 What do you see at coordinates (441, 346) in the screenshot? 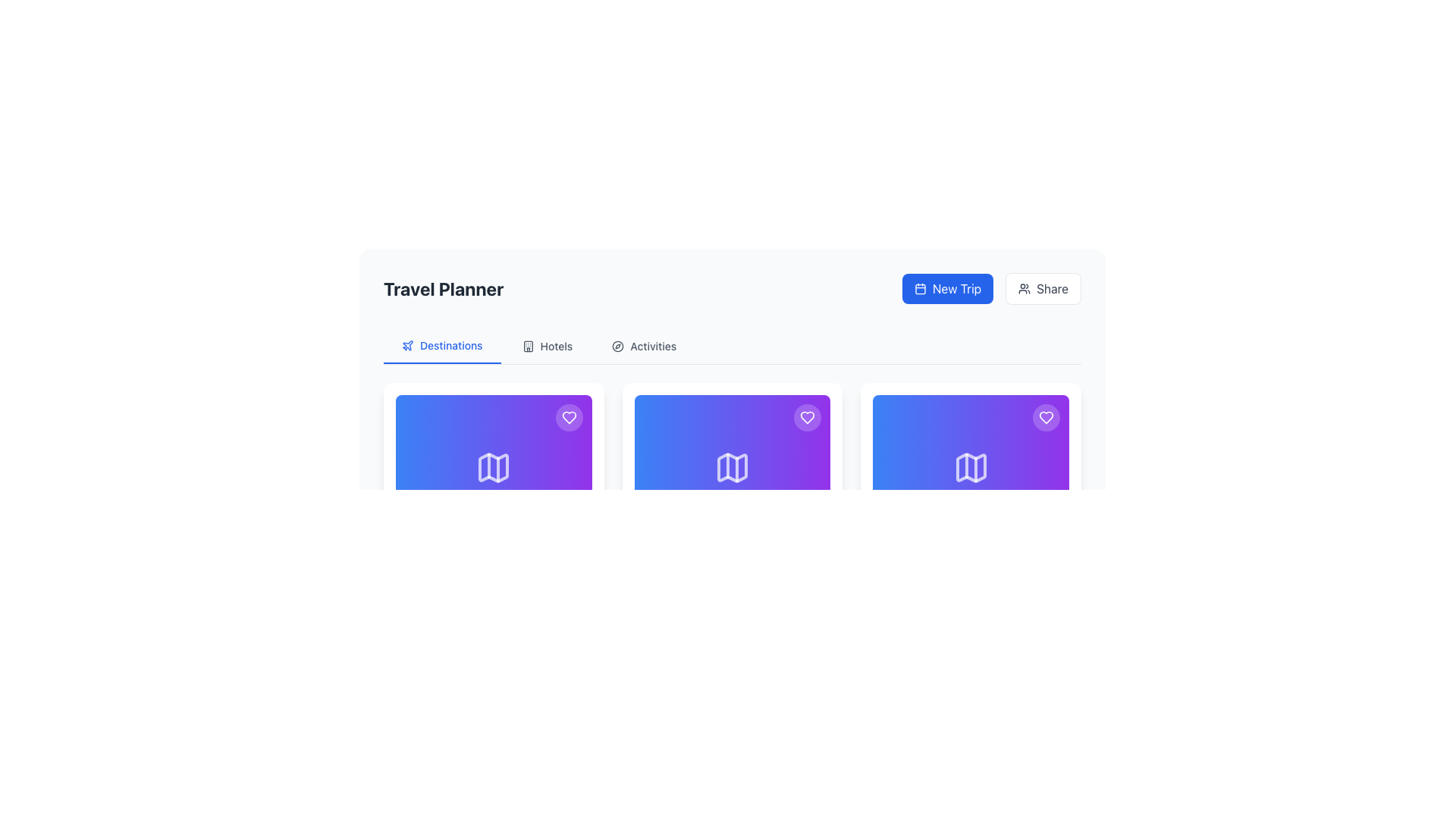
I see `the leftmost navigation tab in the horizontal navigation bar at the top of the page, which redirects to destination options or information` at bounding box center [441, 346].